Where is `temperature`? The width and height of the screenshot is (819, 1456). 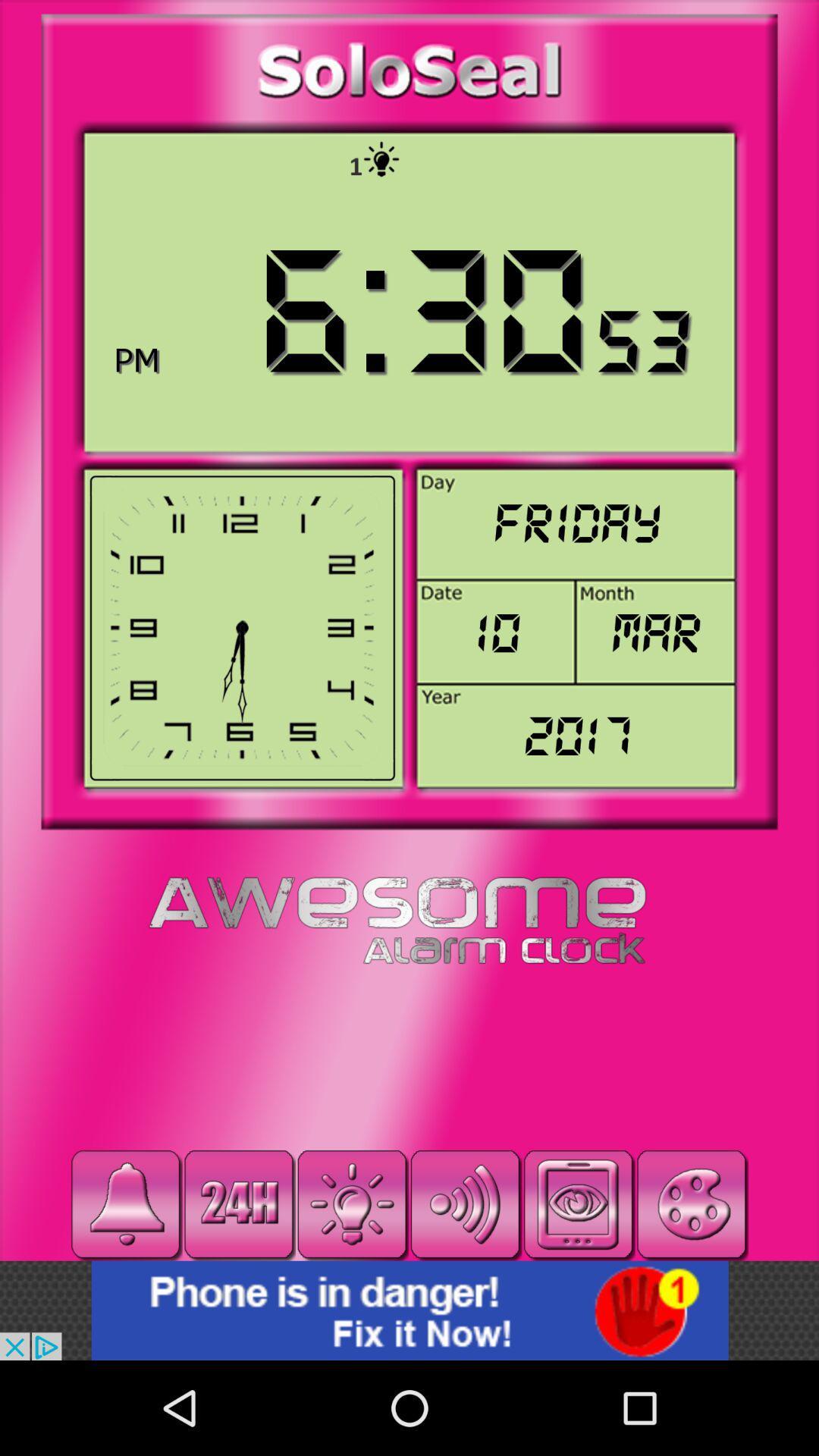 temperature is located at coordinates (352, 1203).